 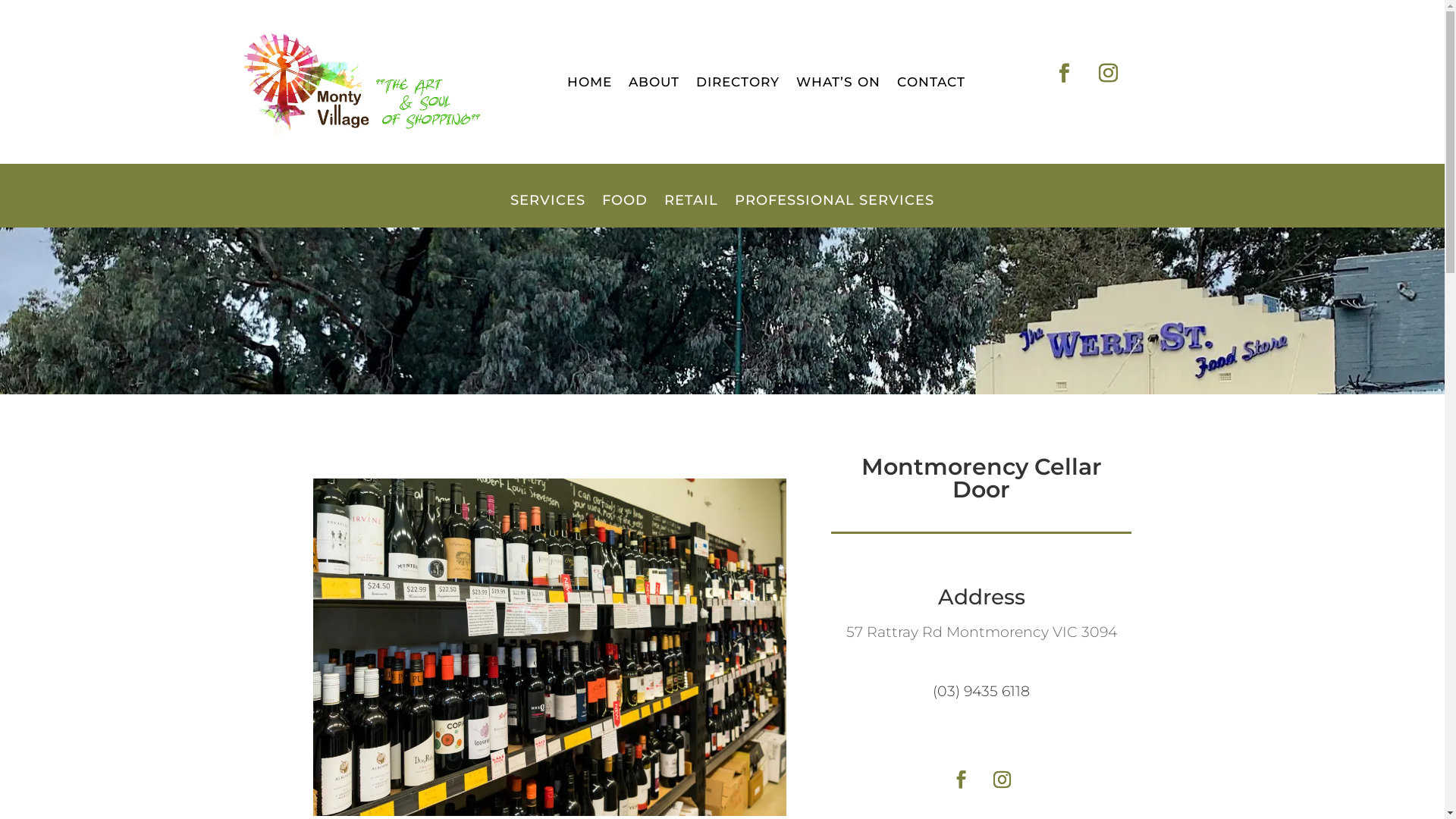 What do you see at coordinates (942, 780) in the screenshot?
I see `'Follow on Facebook'` at bounding box center [942, 780].